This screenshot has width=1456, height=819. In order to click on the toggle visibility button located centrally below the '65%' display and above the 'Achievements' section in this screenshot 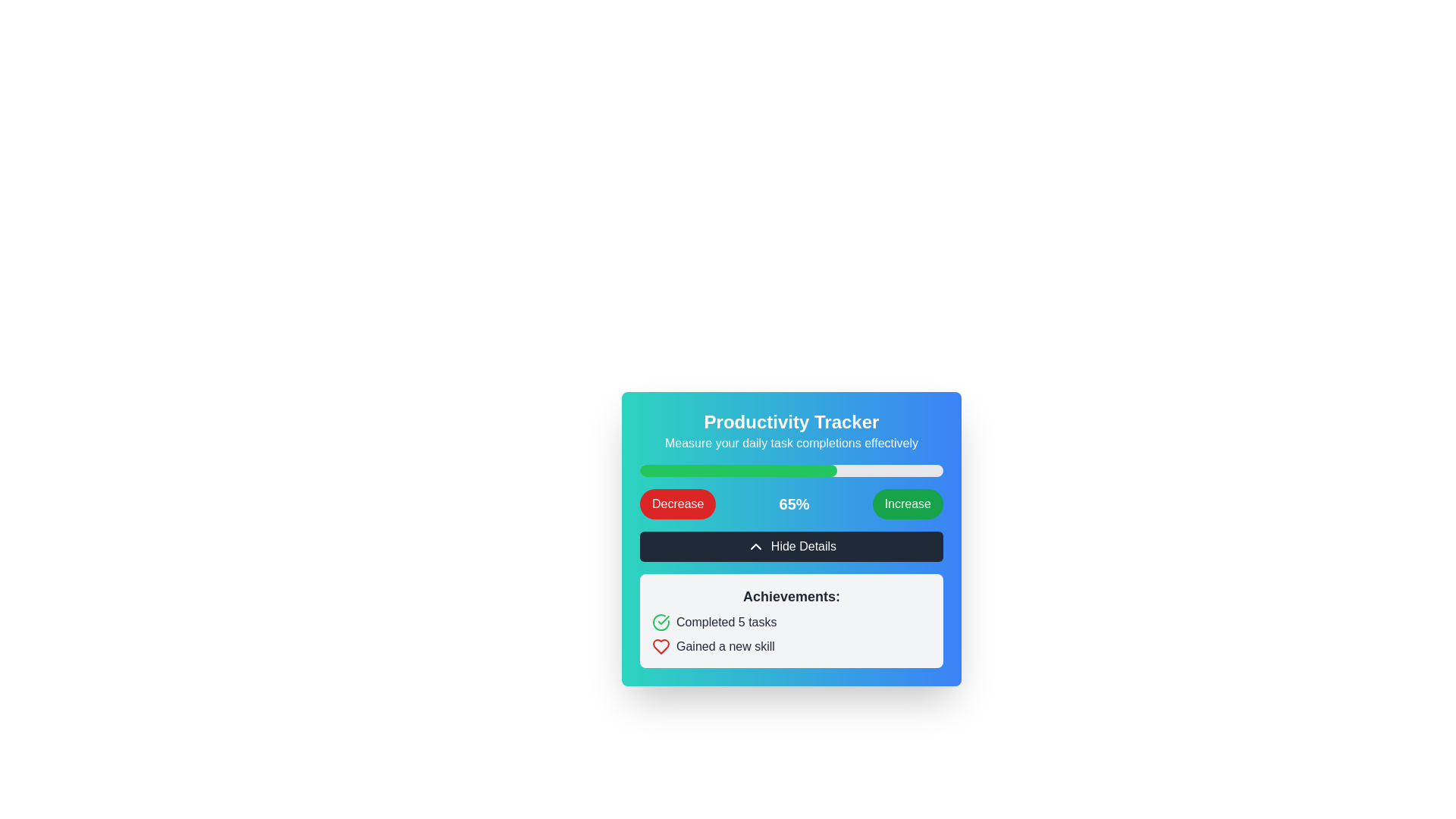, I will do `click(790, 547)`.